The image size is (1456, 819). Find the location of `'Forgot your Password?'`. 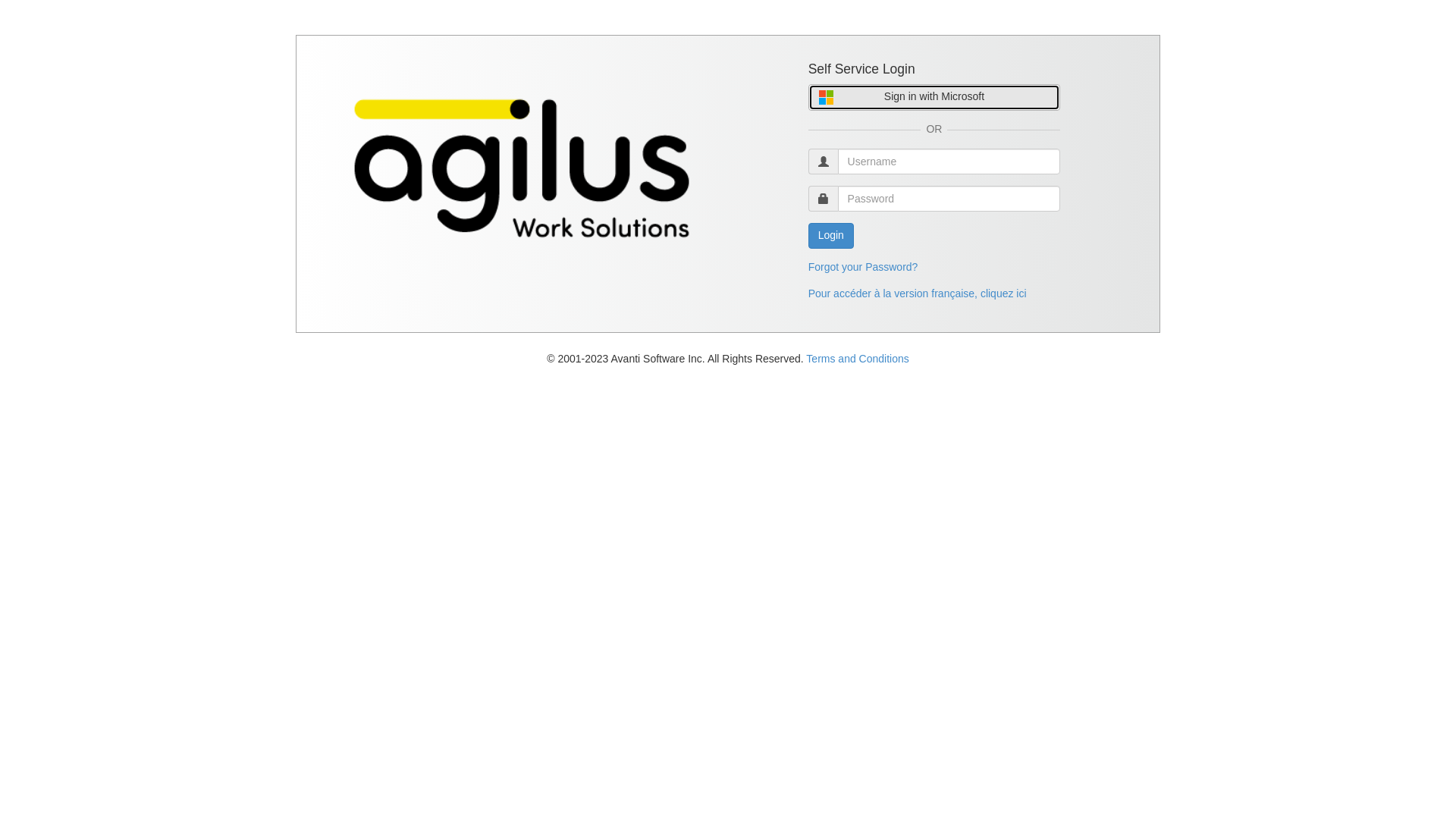

'Forgot your Password?' is located at coordinates (863, 265).